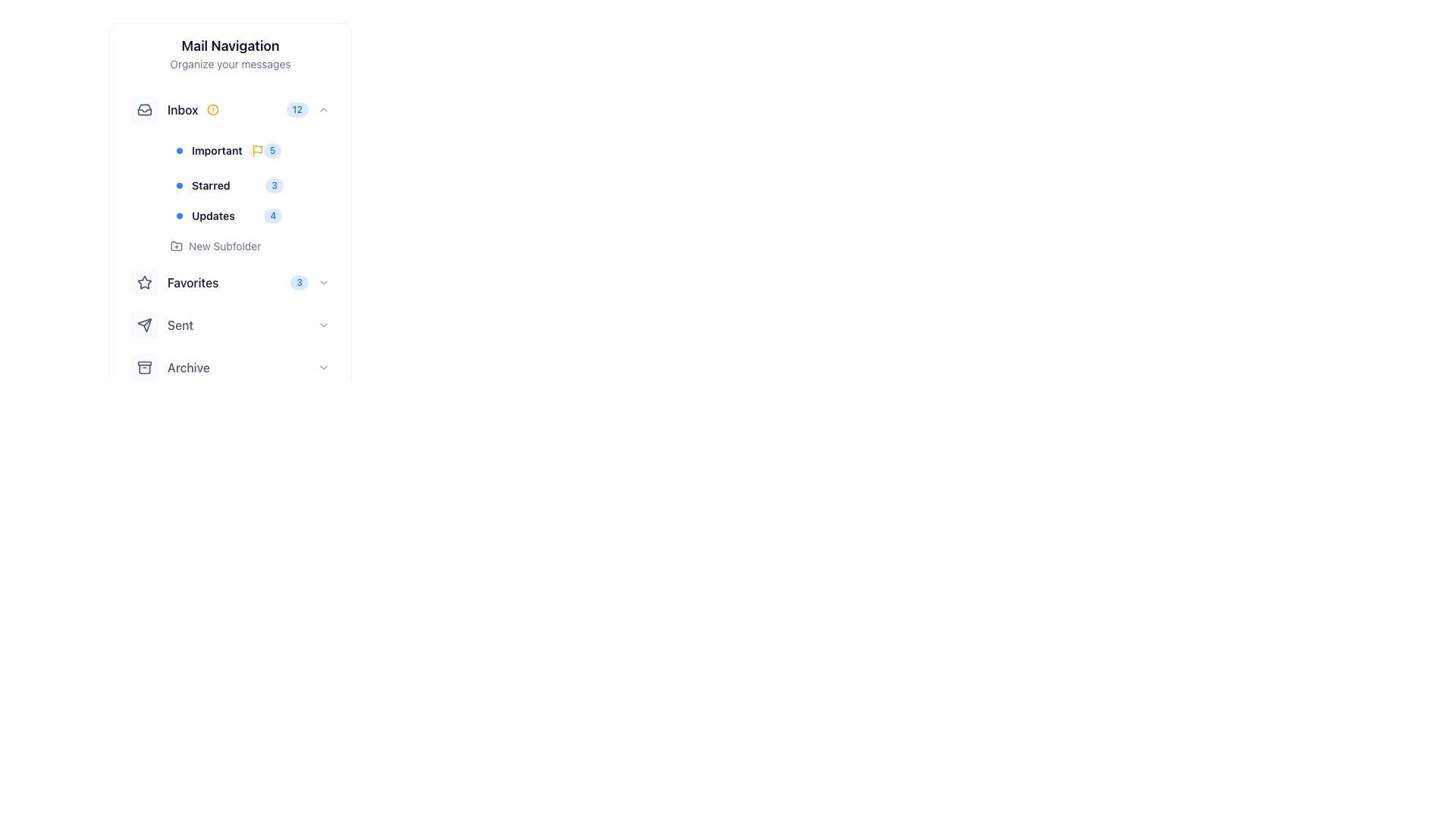 This screenshot has height=819, width=1456. Describe the element at coordinates (145, 324) in the screenshot. I see `the gray paper airplane icon located in the 'Favorites' section of the navigation menu` at that location.